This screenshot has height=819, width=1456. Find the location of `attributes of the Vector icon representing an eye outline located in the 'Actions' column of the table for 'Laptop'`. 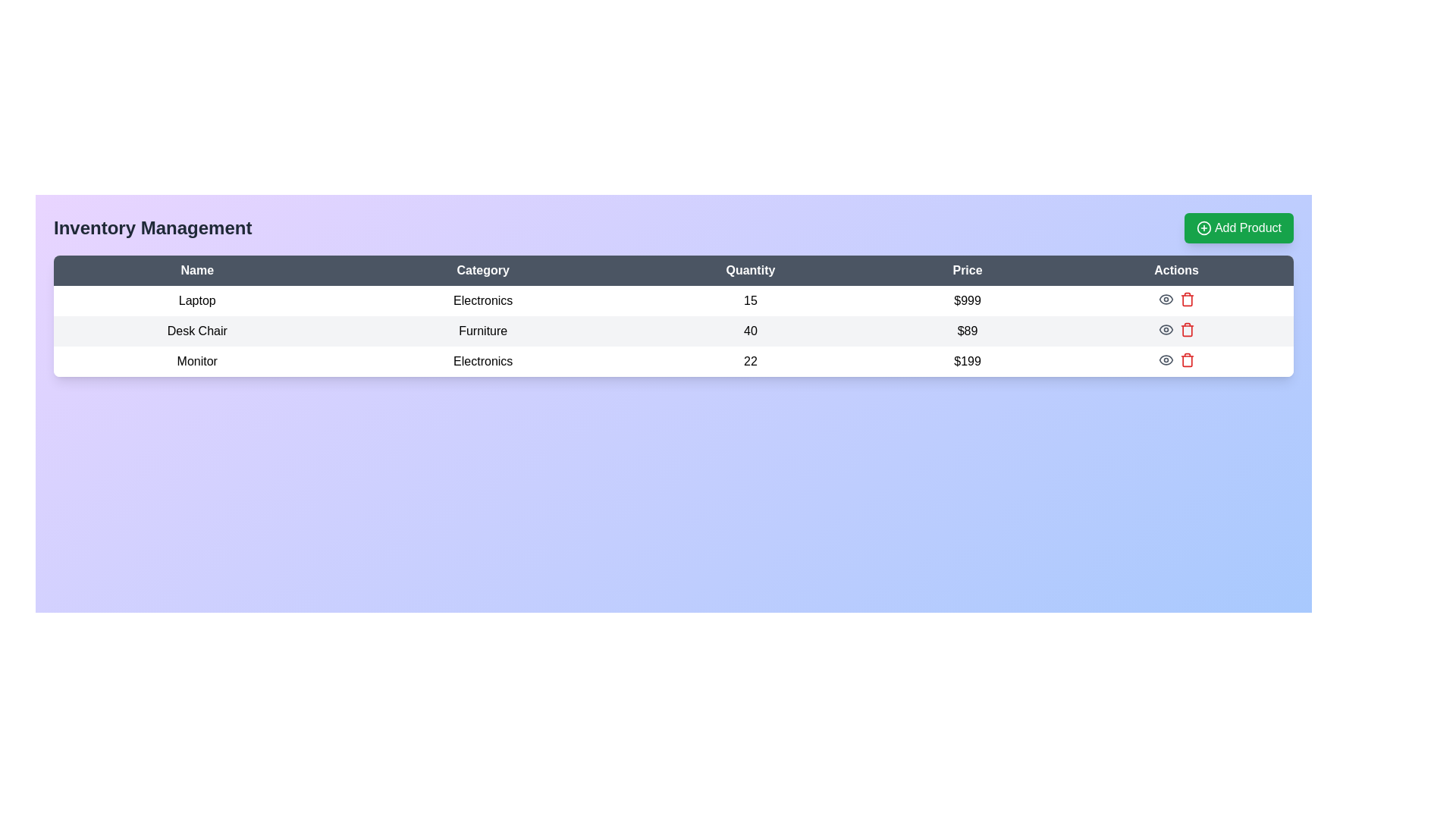

attributes of the Vector icon representing an eye outline located in the 'Actions' column of the table for 'Laptop' is located at coordinates (1165, 359).